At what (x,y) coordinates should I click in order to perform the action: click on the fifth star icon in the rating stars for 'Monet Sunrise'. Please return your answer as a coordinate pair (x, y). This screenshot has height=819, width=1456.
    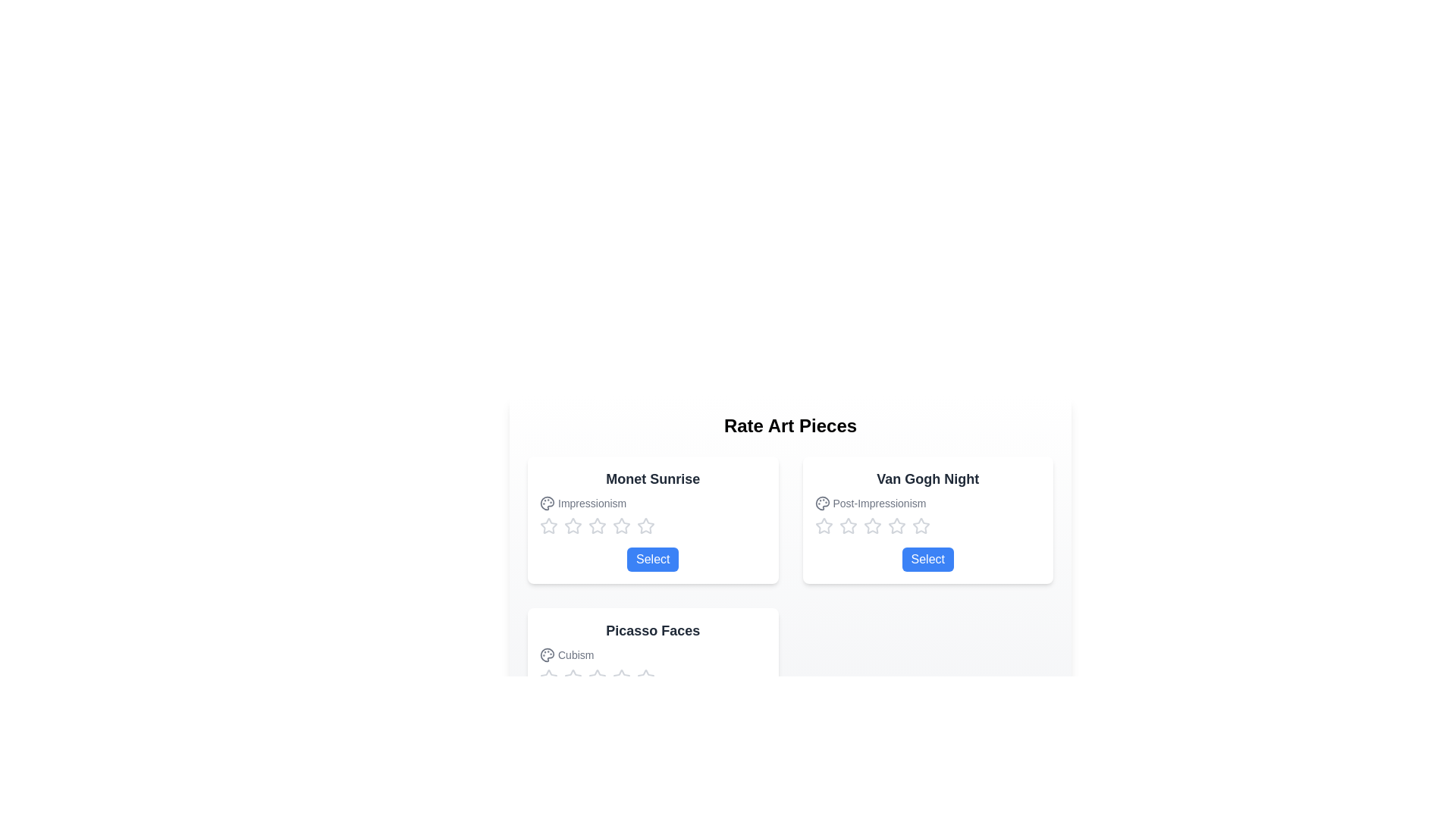
    Looking at the image, I should click on (622, 526).